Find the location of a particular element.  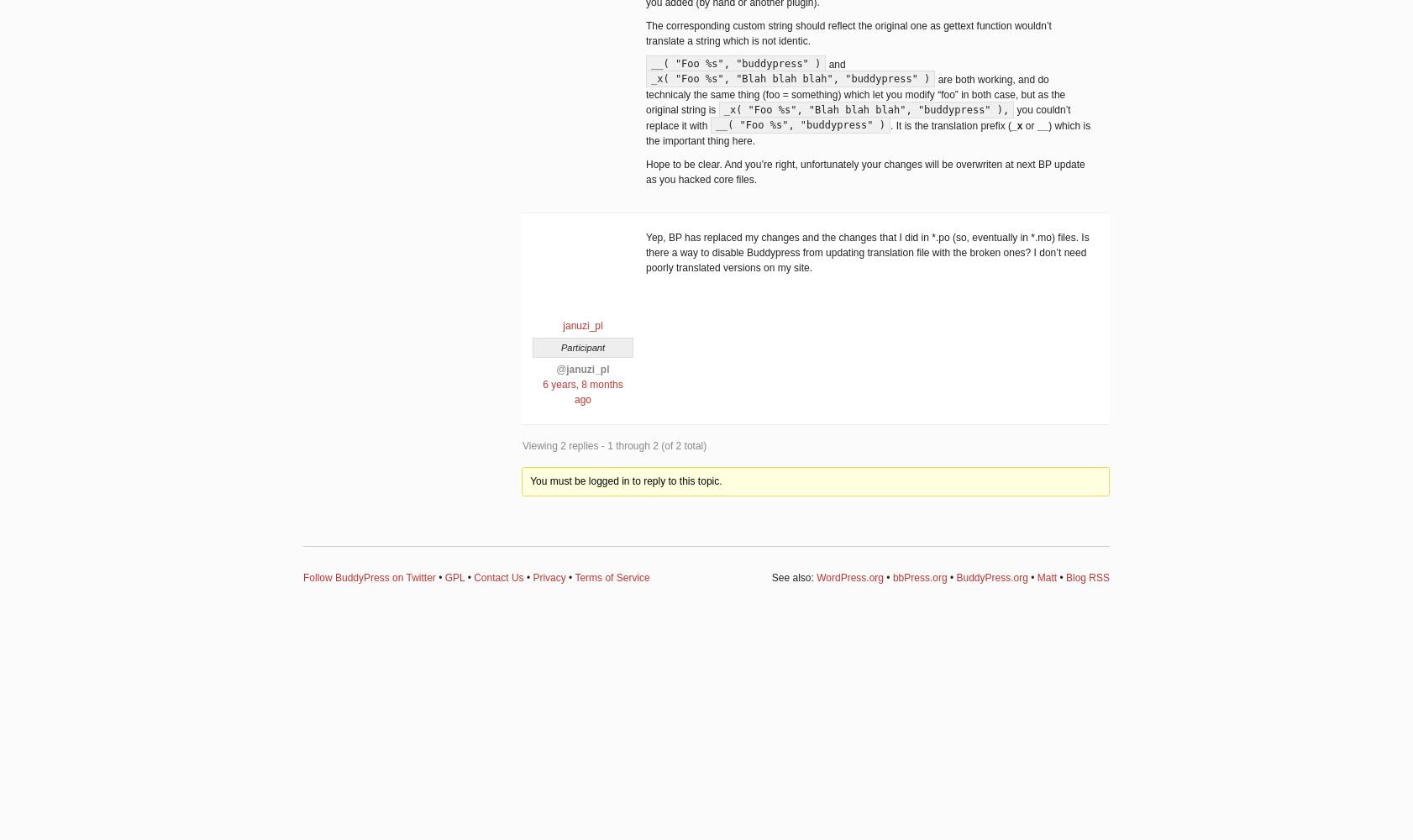

'Follow BuddyPress on Twitter' is located at coordinates (369, 577).